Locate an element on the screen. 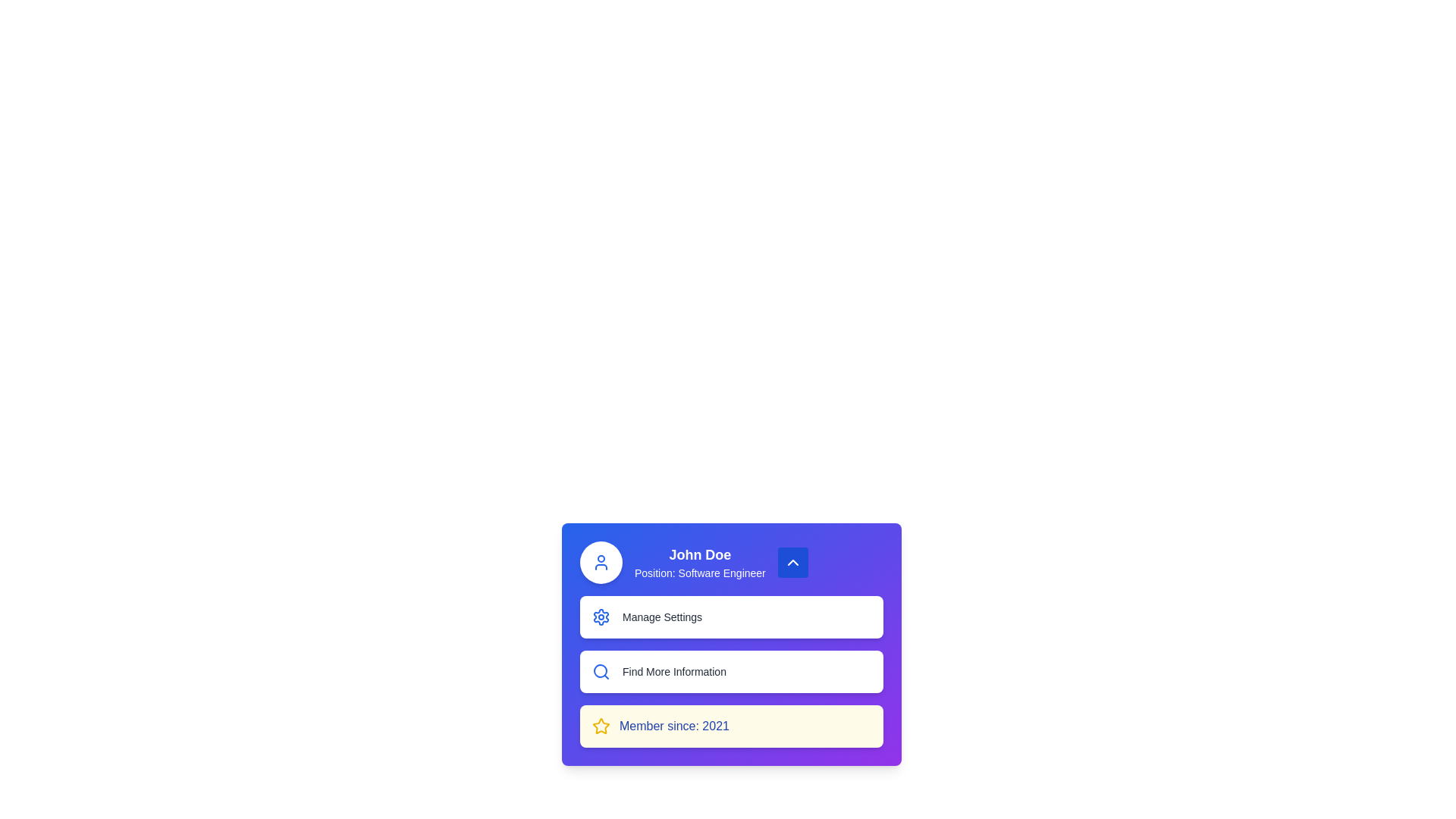 The height and width of the screenshot is (819, 1456). the 'Manage Settings' text label located to the right of the gear icon within a vertical menu structure below the user profile section is located at coordinates (662, 617).